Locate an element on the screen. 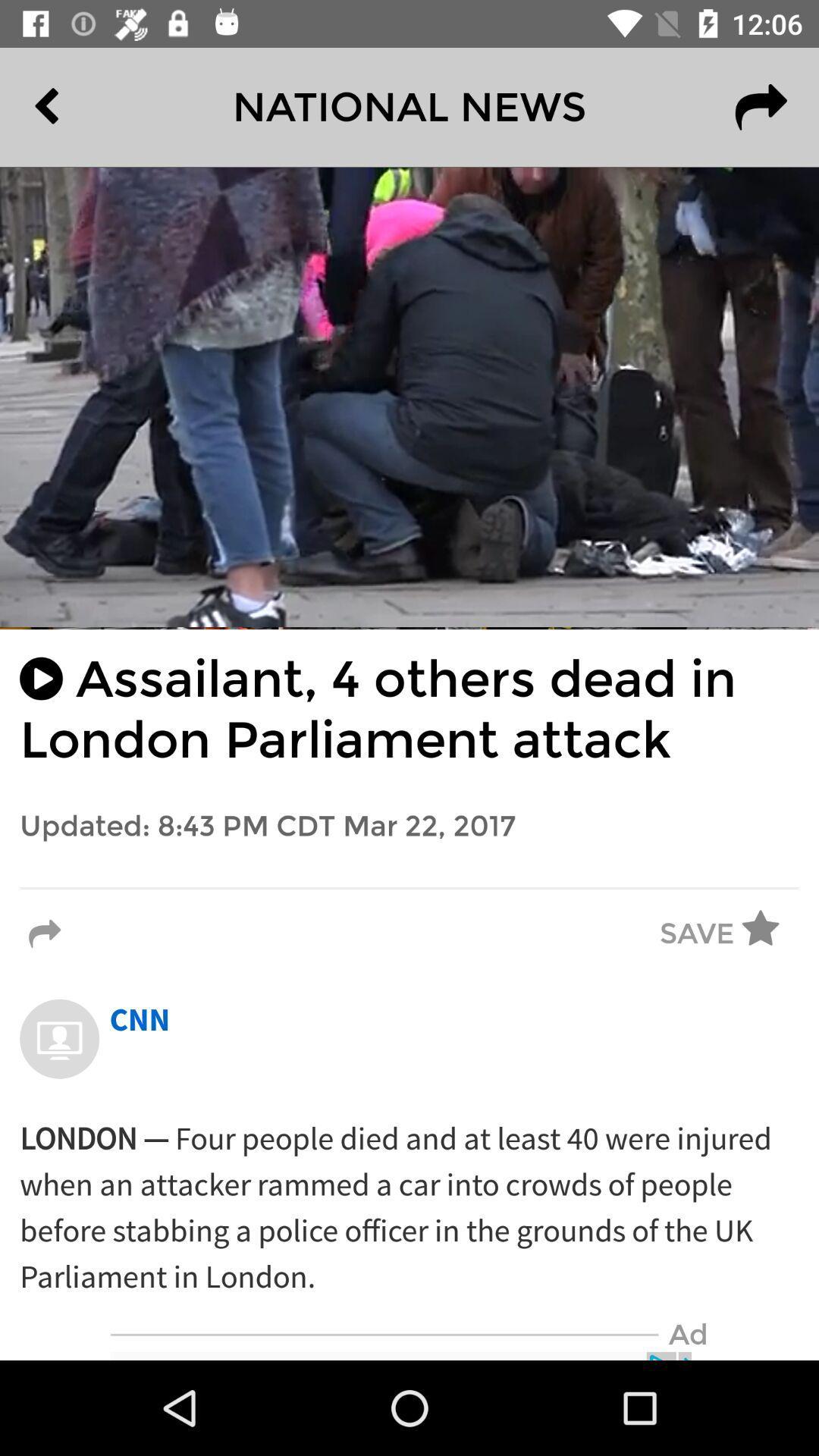  the icon at the top right corner is located at coordinates (761, 106).